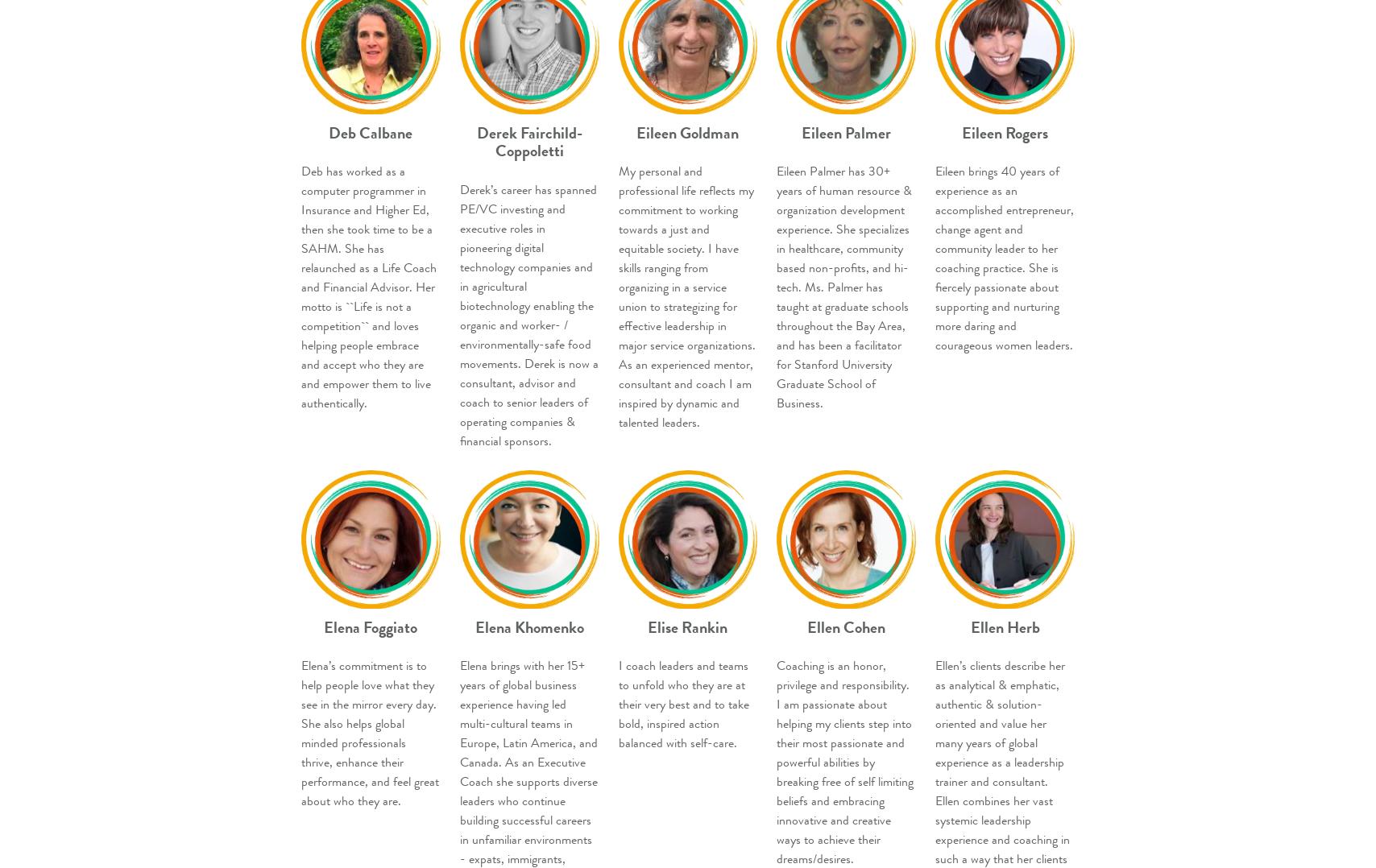  Describe the element at coordinates (370, 734) in the screenshot. I see `'Elena’s commitment is to help people love what they see in the mirror every day. She also helps global minded professionals thrive, enhance their performance, and feel great about who they are.'` at that location.